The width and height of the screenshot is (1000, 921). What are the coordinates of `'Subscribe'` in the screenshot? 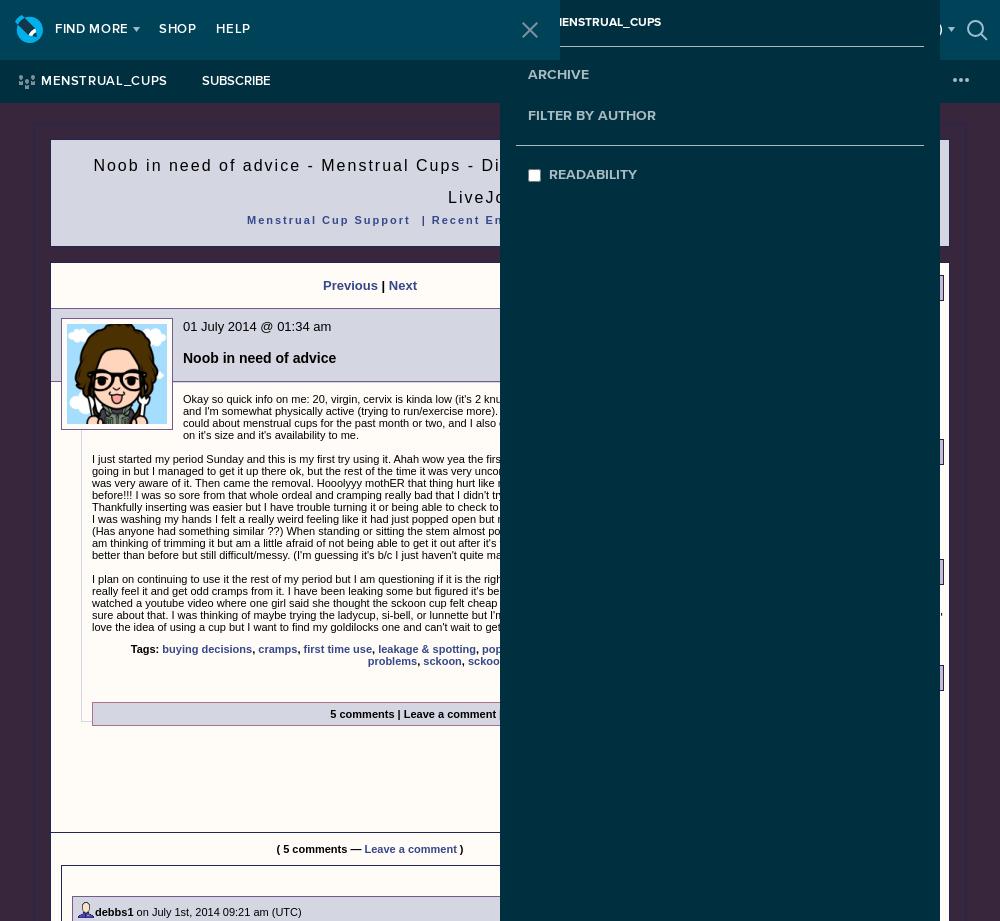 It's located at (235, 81).